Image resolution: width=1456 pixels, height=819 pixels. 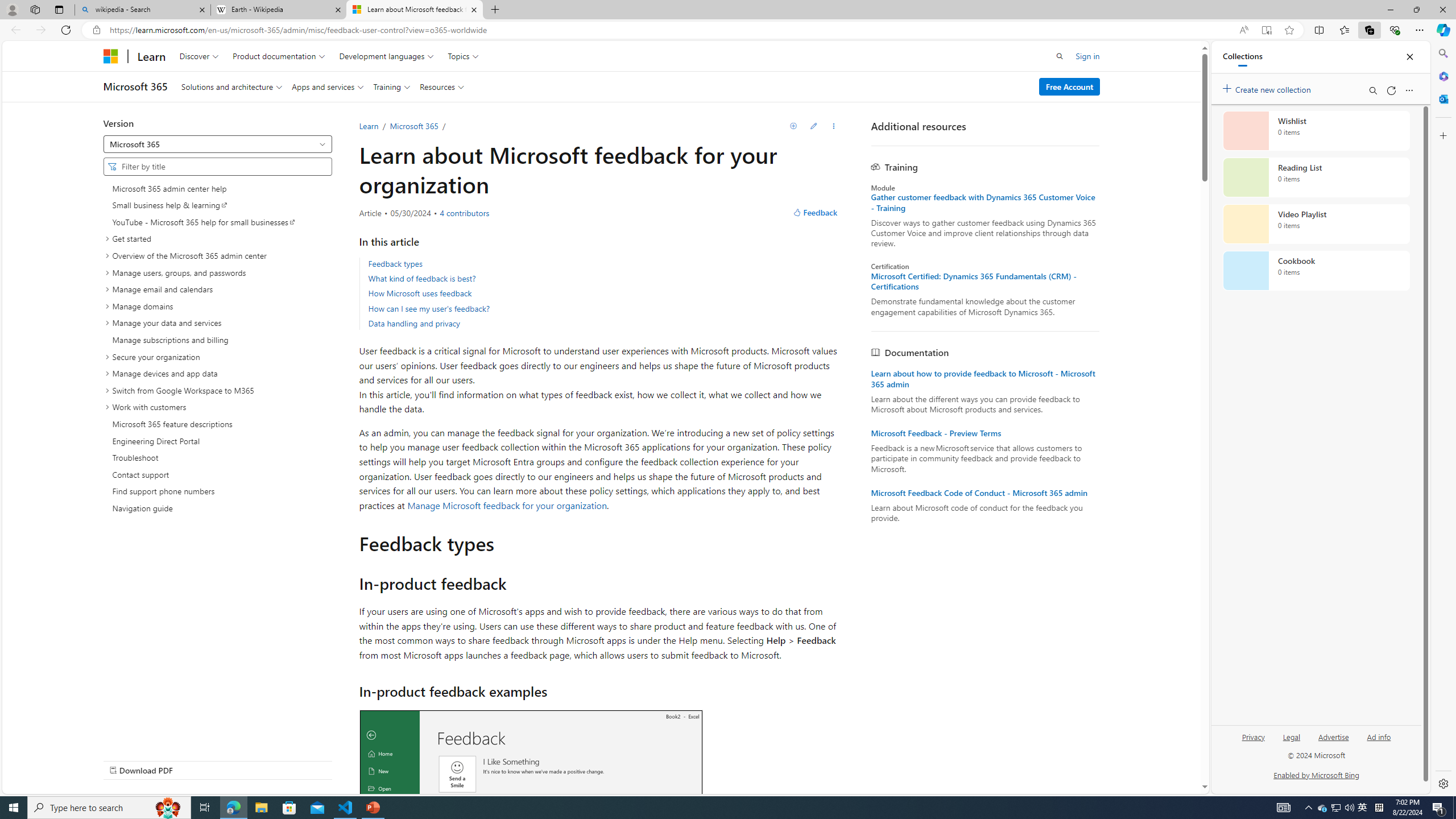 I want to click on 'Microsoft', so click(x=110, y=55).